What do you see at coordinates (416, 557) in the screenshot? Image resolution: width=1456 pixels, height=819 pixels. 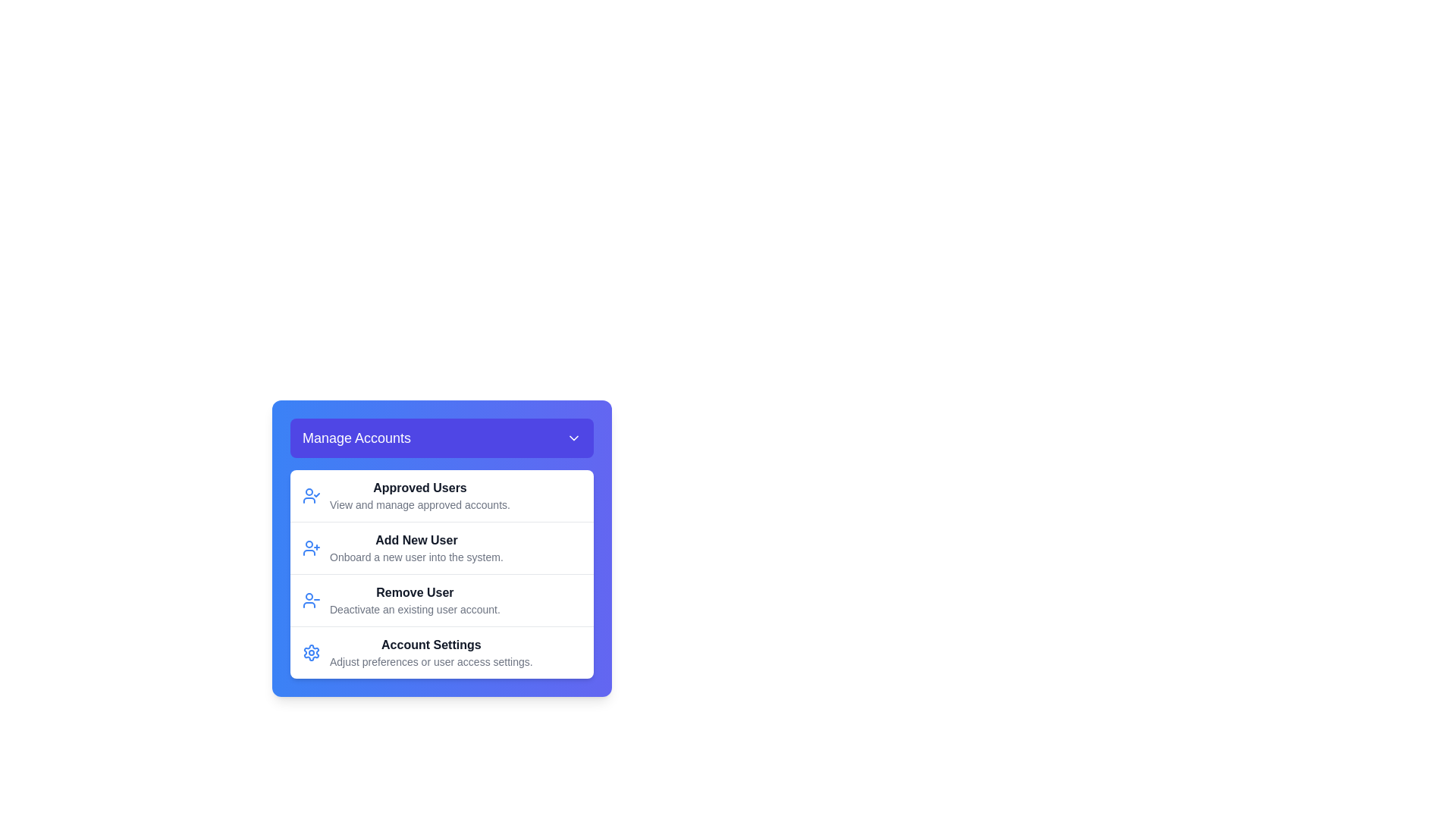 I see `the static text label displaying 'Onboard a new user into the system.' located beneath the bolded text 'Add New User' in the 'Manage Accounts' section` at bounding box center [416, 557].